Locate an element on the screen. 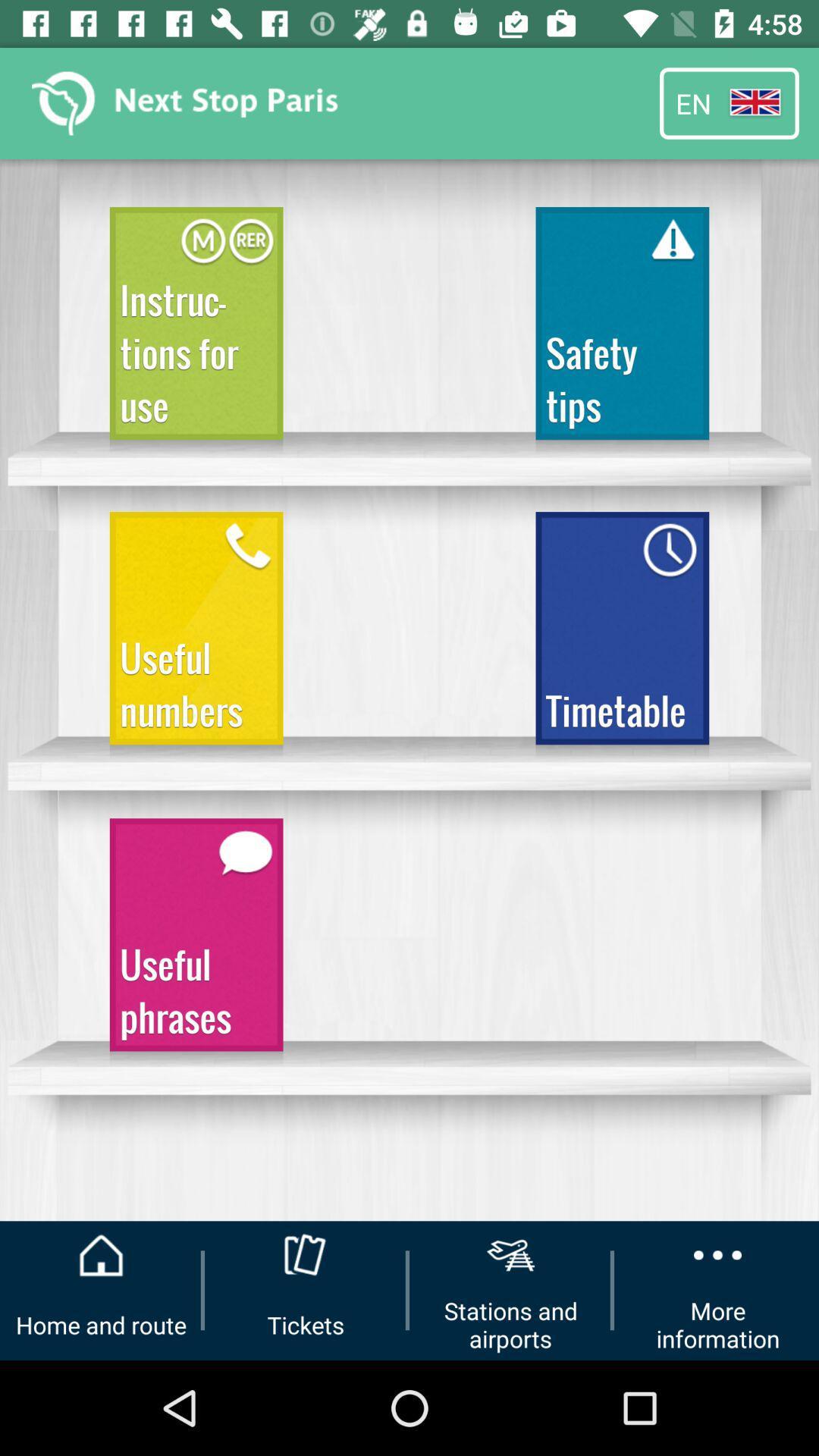 This screenshot has height=1456, width=819. the item next to the useful numbers icon is located at coordinates (622, 635).